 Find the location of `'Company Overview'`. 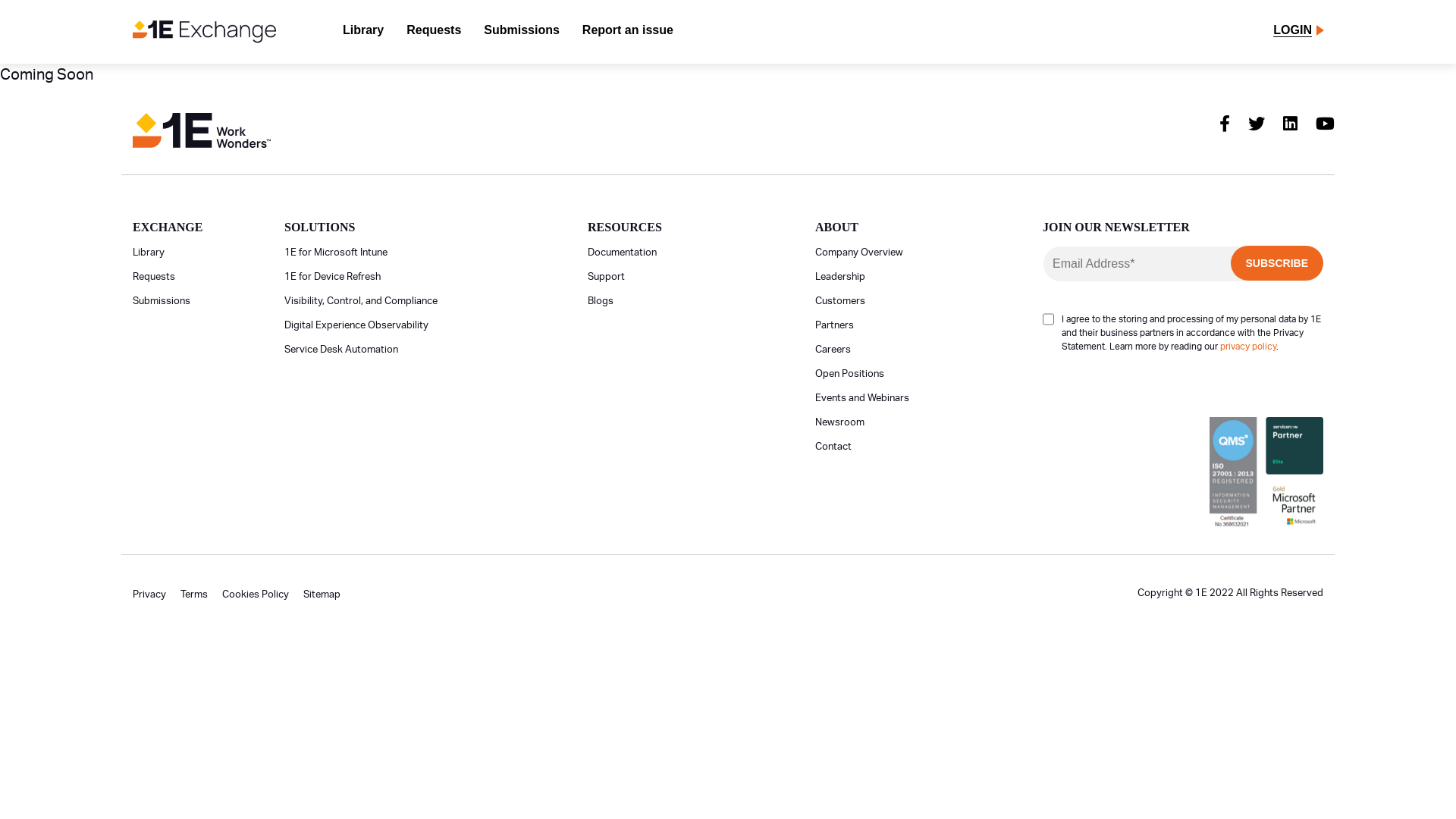

'Company Overview' is located at coordinates (858, 252).